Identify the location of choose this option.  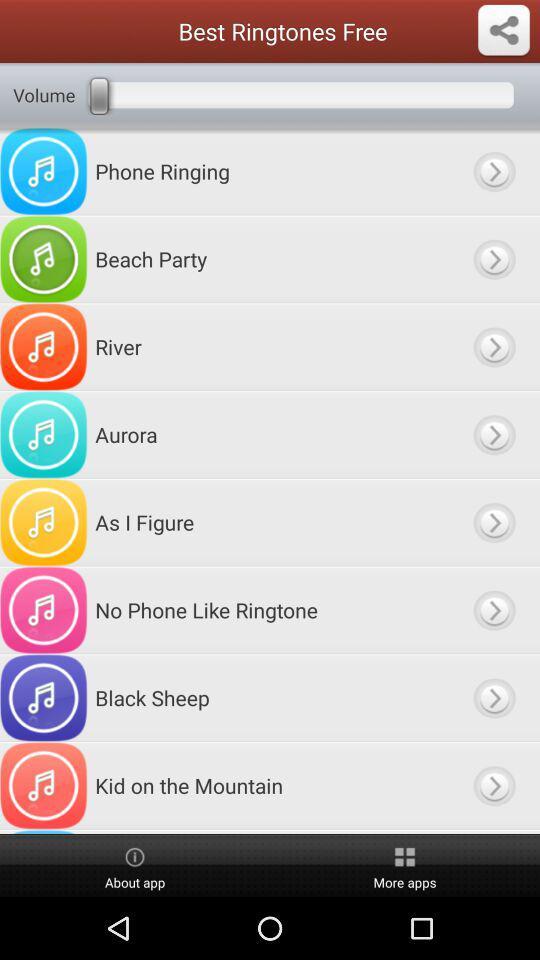
(493, 609).